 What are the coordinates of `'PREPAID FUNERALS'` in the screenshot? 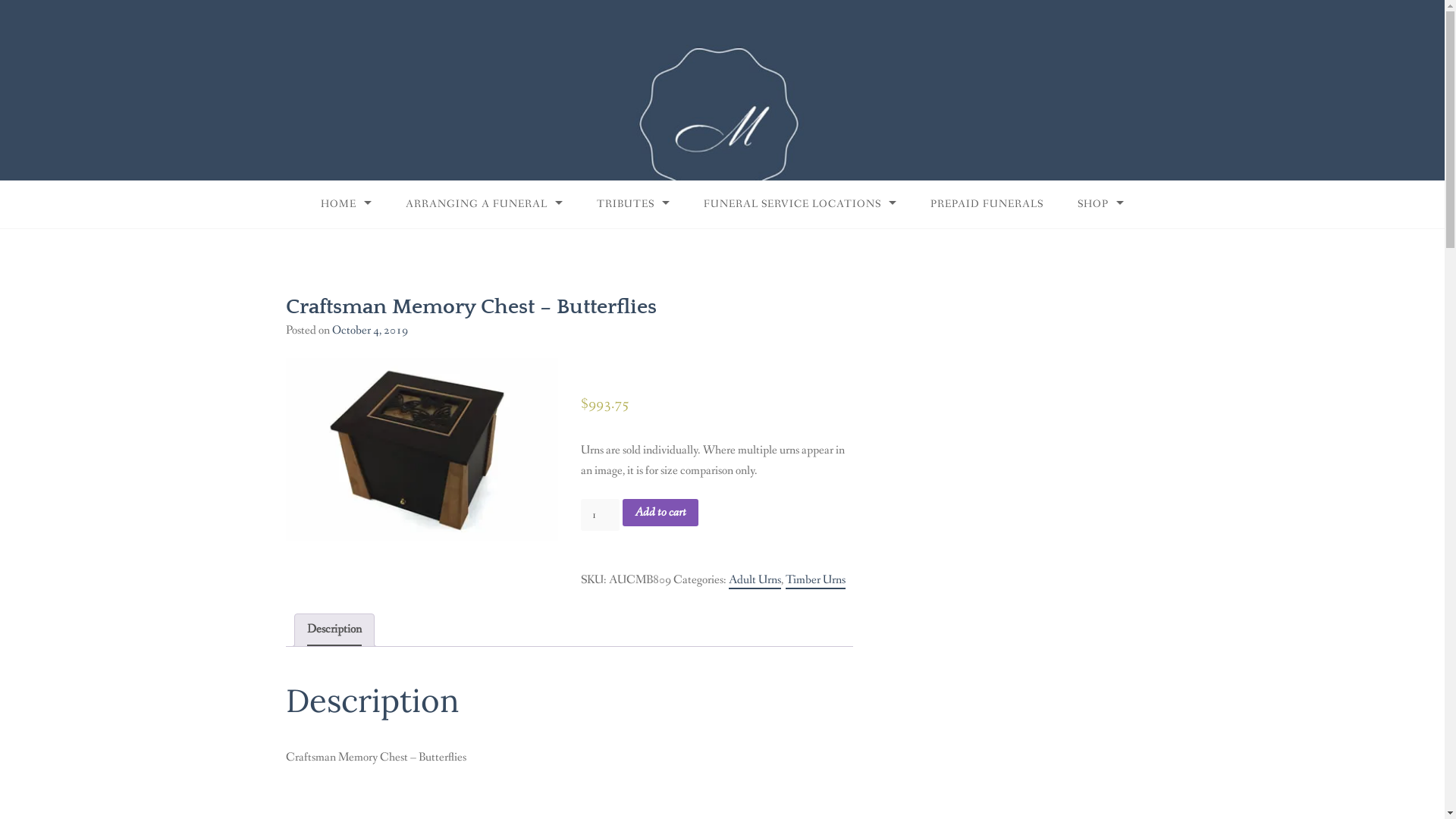 It's located at (987, 203).